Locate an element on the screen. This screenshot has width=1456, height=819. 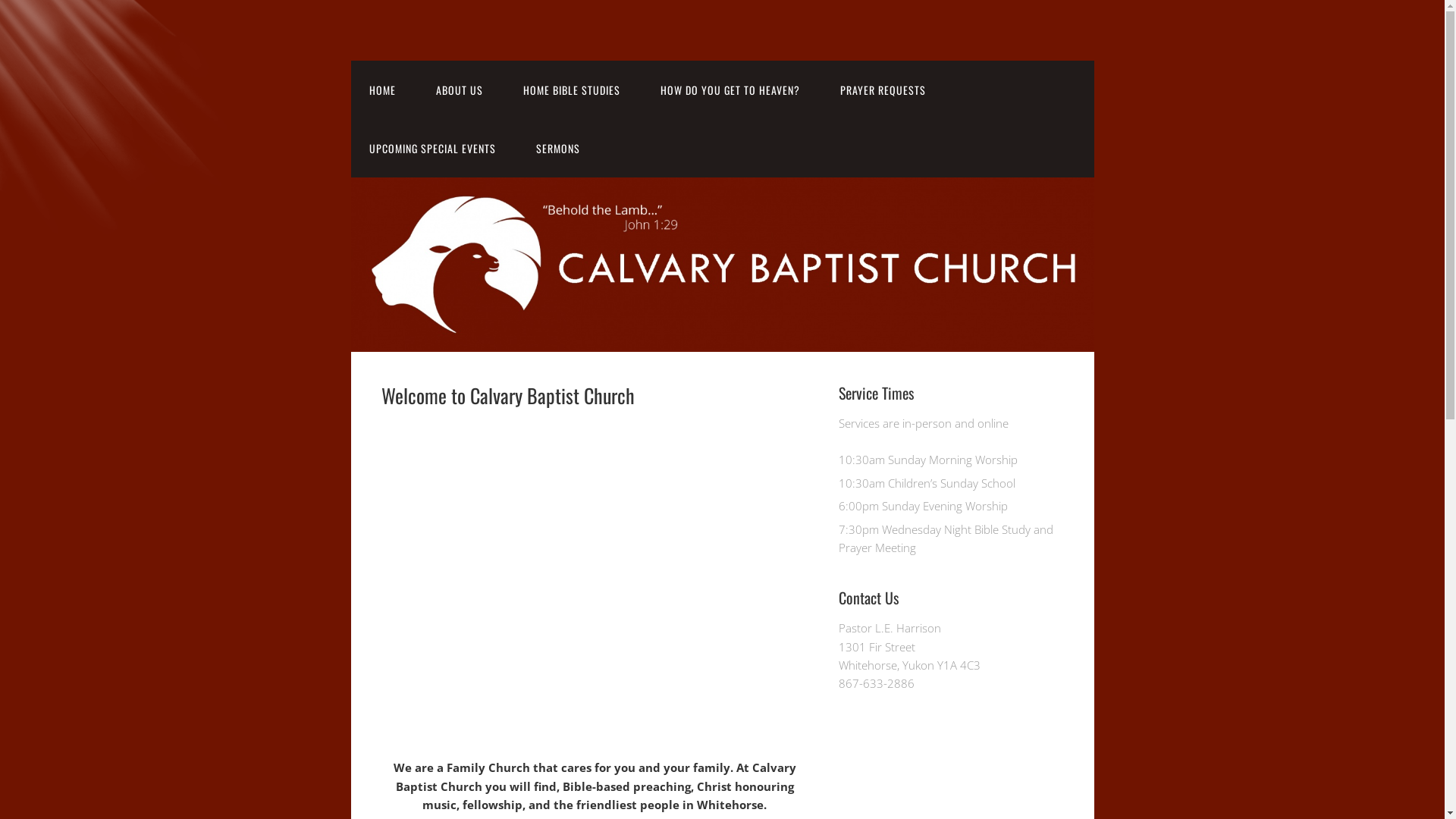
'ABOUT US' is located at coordinates (457, 89).